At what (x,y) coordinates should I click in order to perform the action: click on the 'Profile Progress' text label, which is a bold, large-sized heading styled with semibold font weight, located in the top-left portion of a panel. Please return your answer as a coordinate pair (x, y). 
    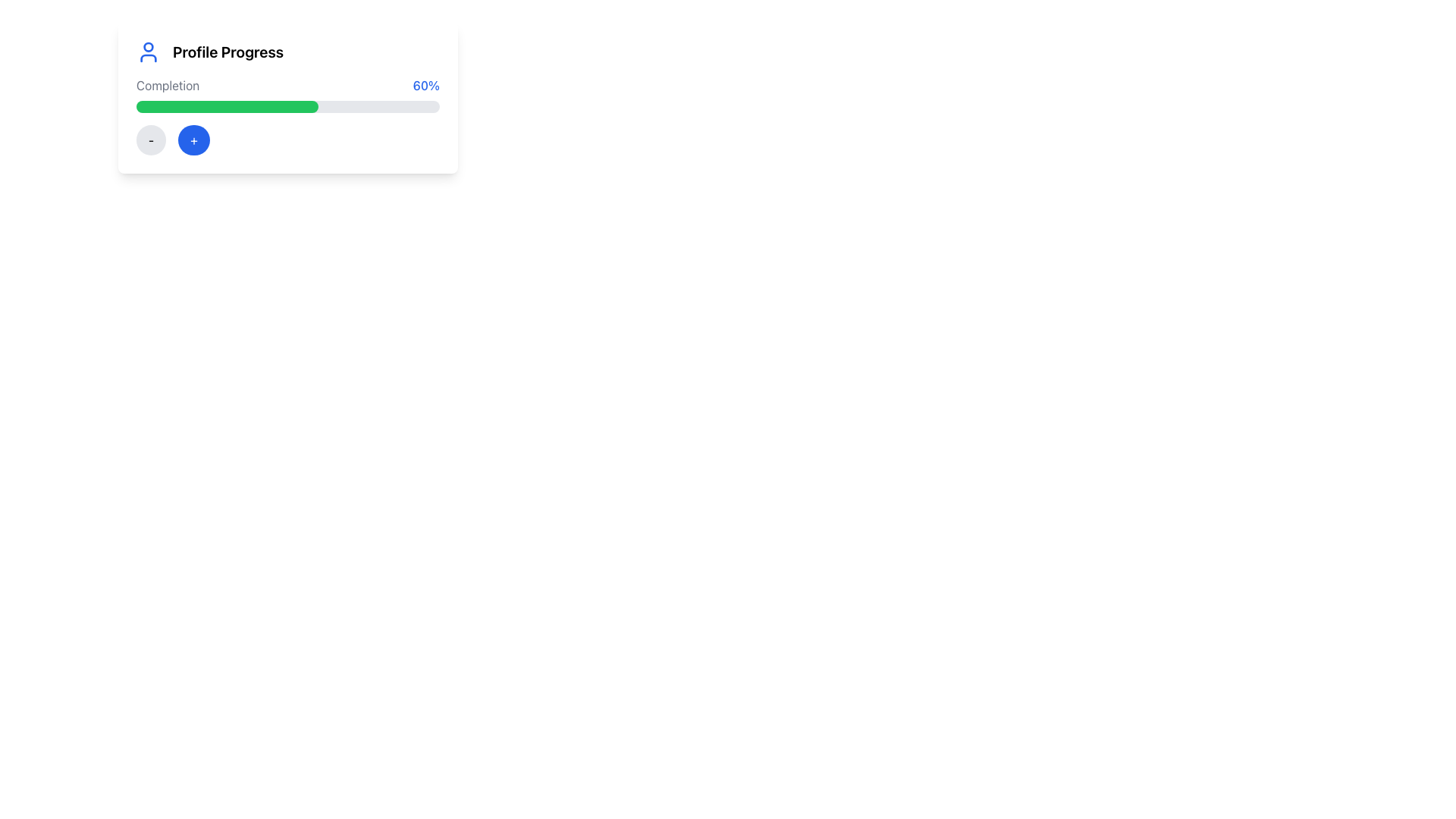
    Looking at the image, I should click on (227, 52).